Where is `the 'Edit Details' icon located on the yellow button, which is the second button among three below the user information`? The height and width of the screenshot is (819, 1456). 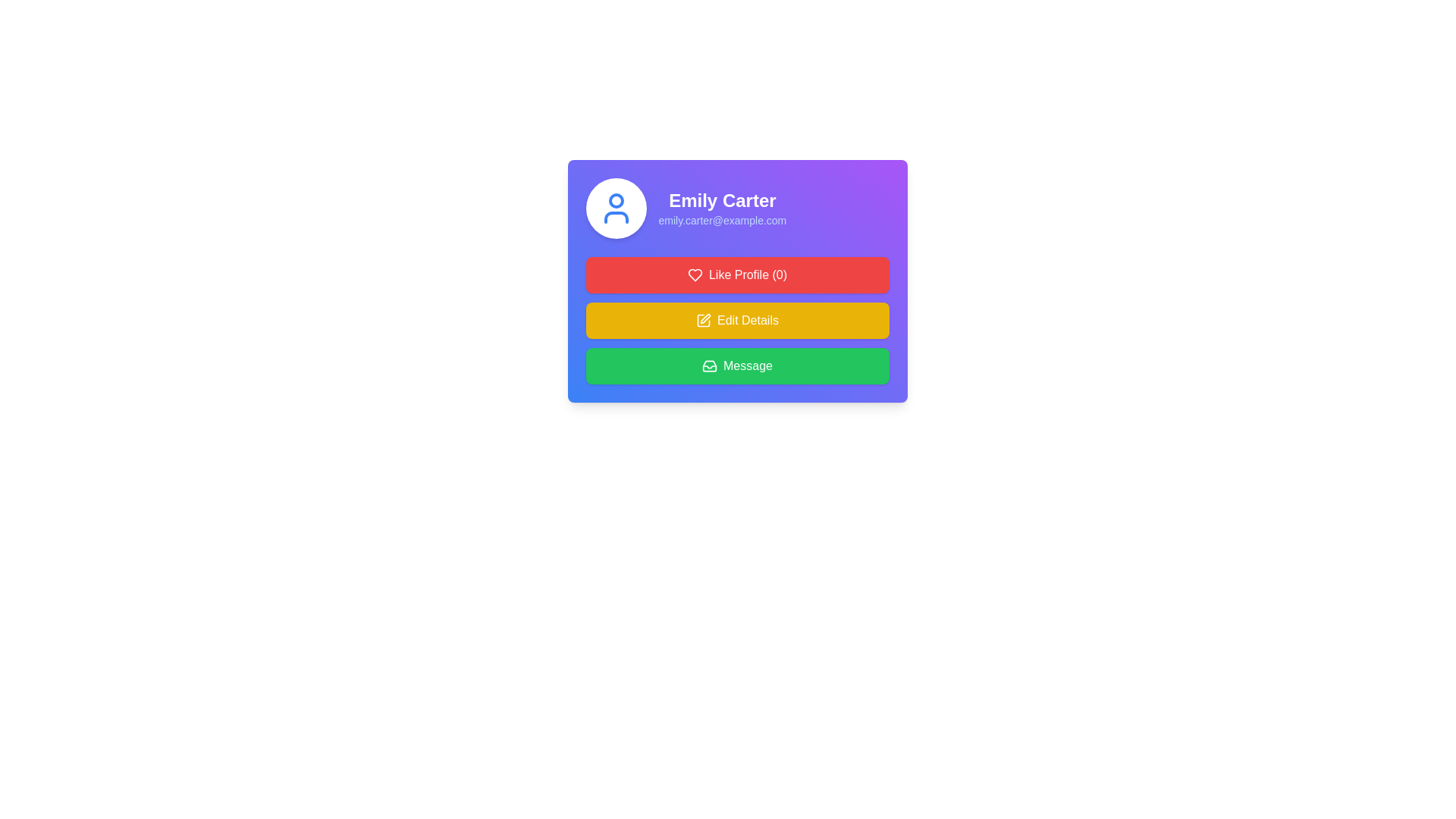 the 'Edit Details' icon located on the yellow button, which is the second button among three below the user information is located at coordinates (702, 320).